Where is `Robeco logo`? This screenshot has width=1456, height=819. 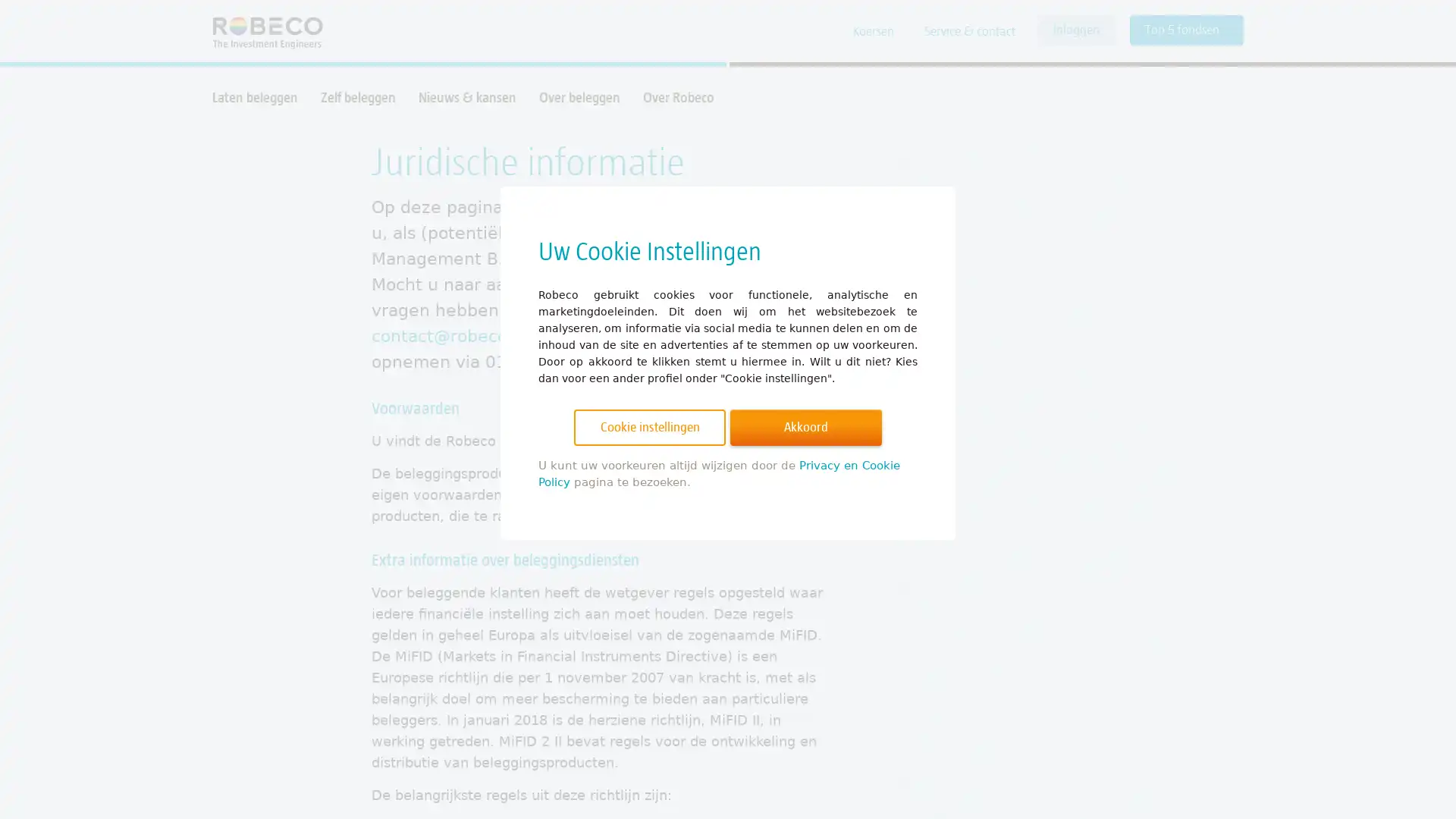
Robeco logo is located at coordinates (260, 31).